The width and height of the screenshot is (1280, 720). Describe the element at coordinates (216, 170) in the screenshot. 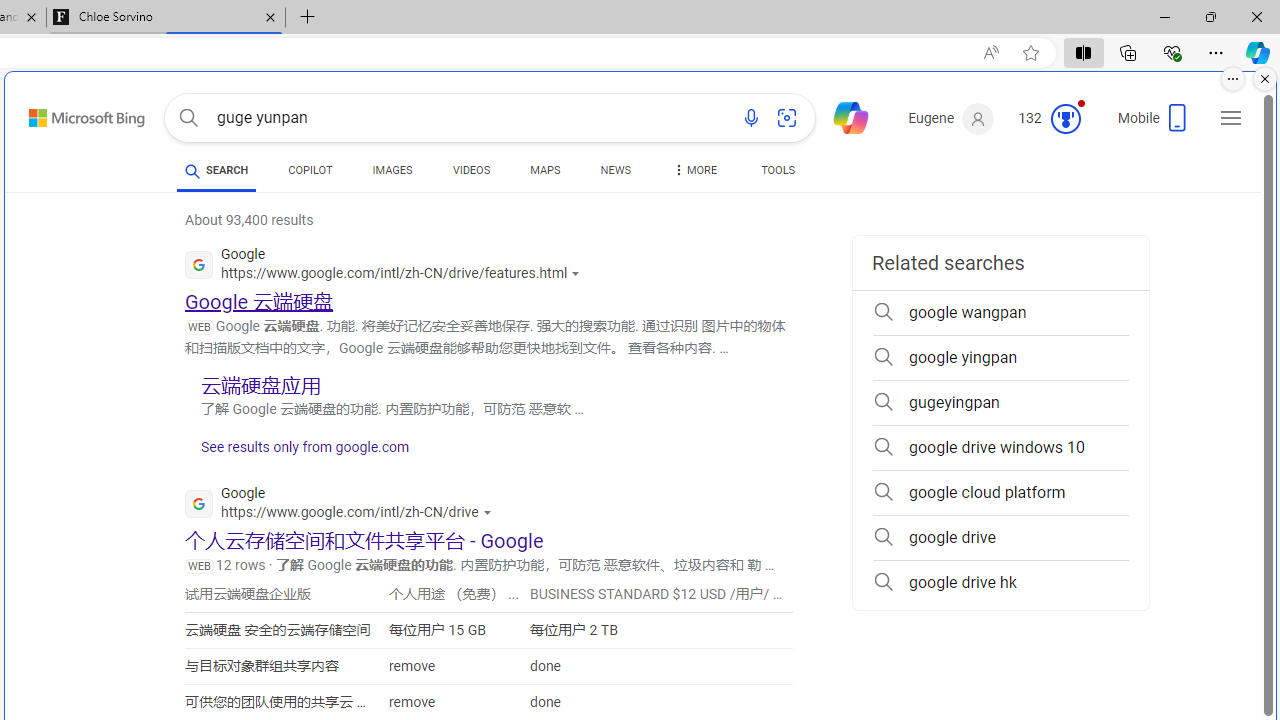

I see `'SEARCH'` at that location.